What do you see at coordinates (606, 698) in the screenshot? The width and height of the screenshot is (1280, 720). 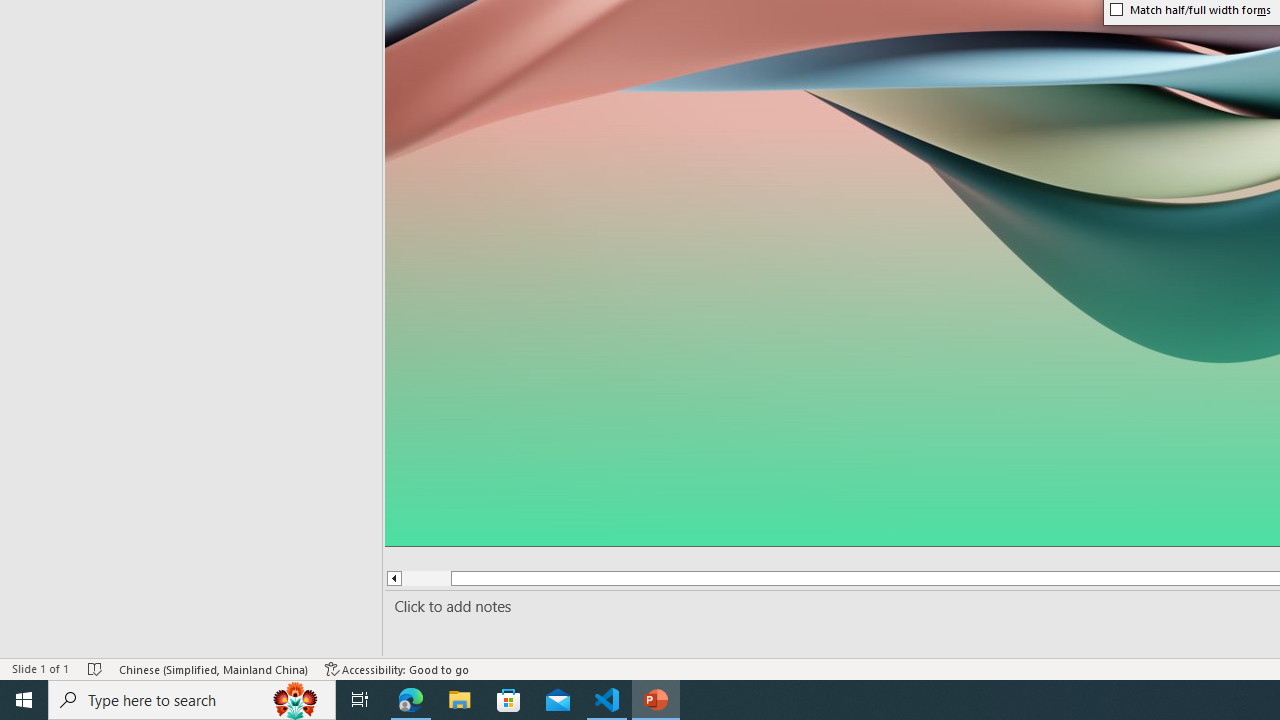 I see `'Visual Studio Code - 1 running window'` at bounding box center [606, 698].